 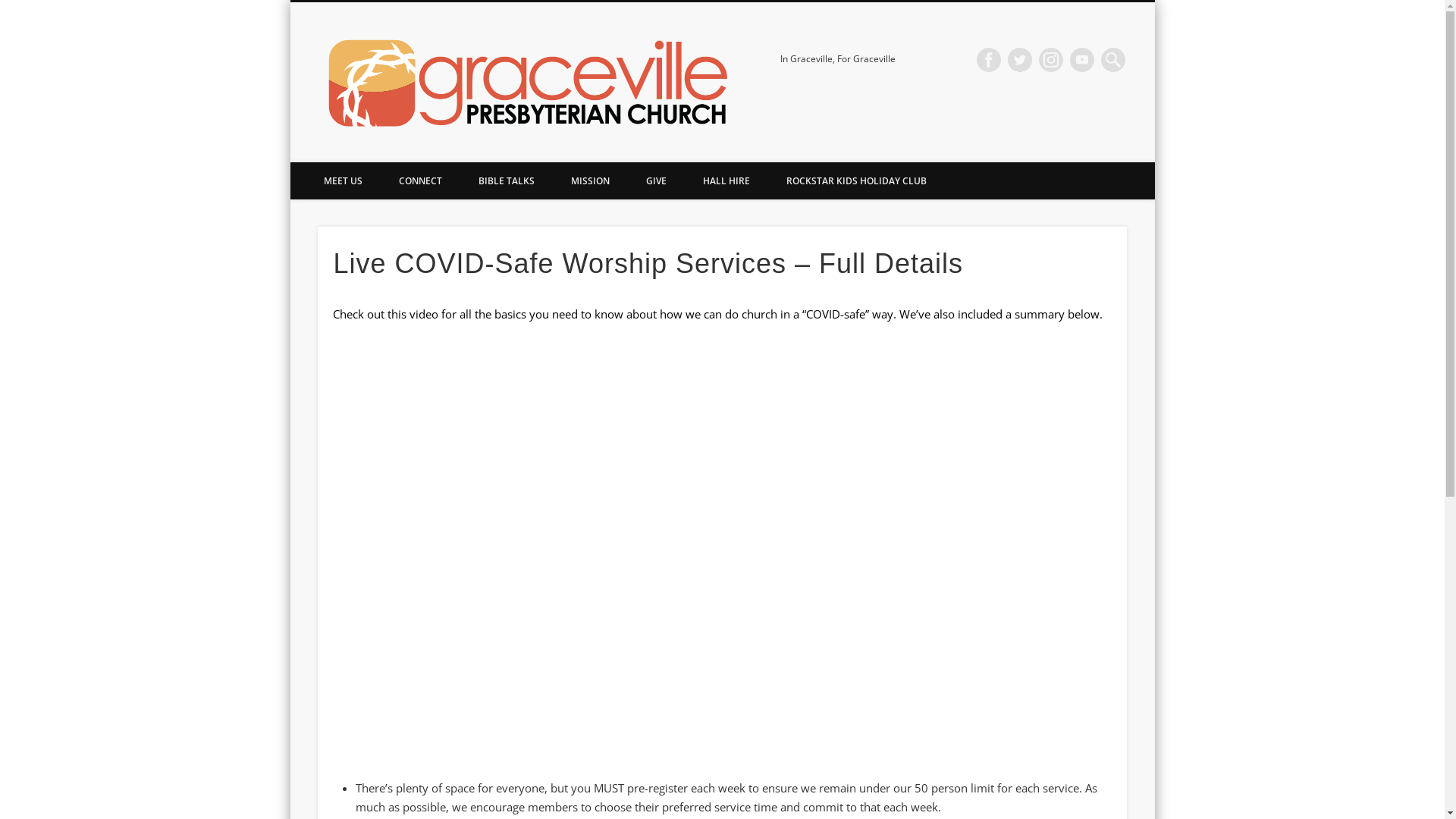 I want to click on 'MISSION', so click(x=588, y=180).